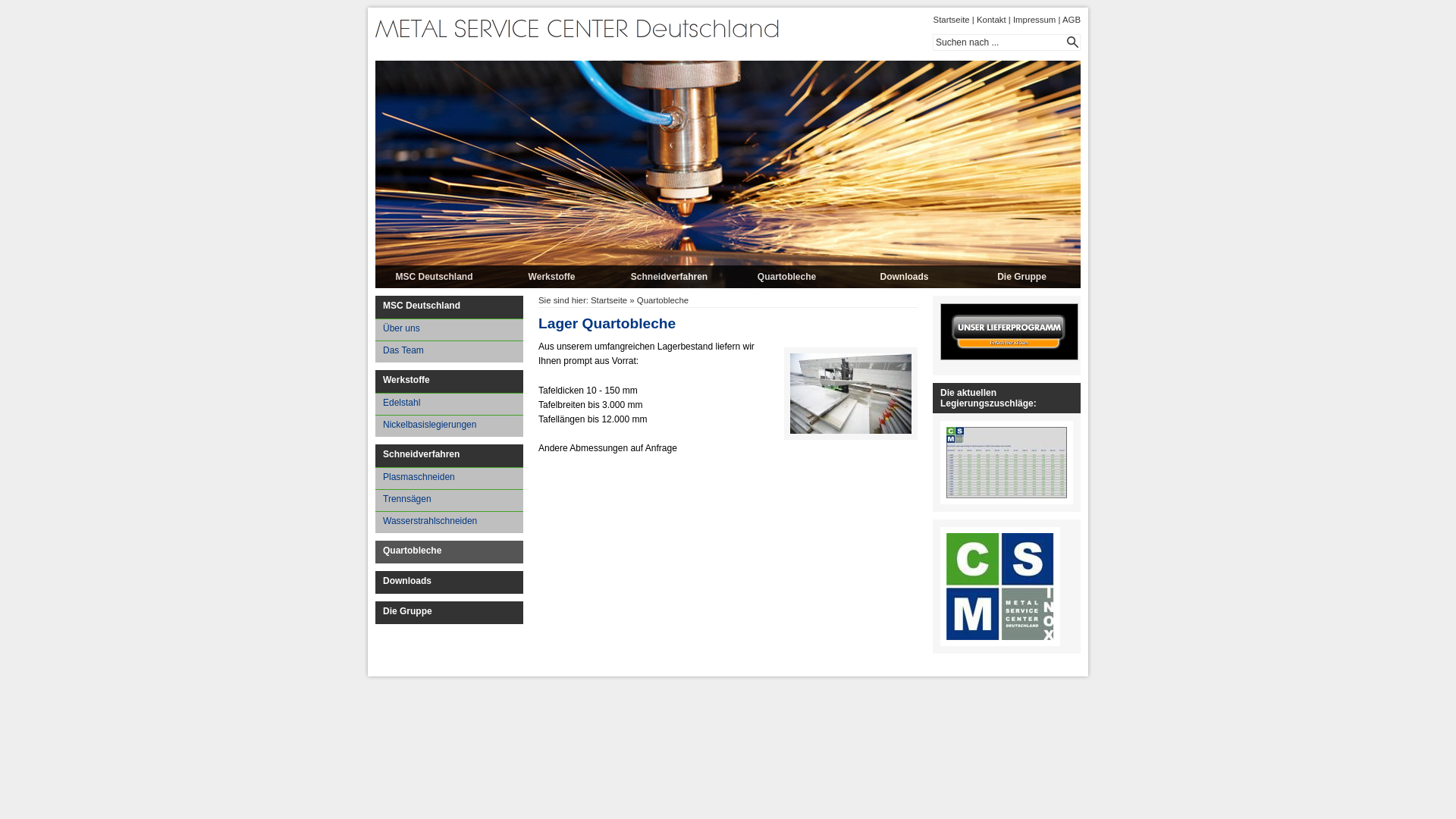 This screenshot has height=819, width=1456. Describe the element at coordinates (786, 277) in the screenshot. I see `'Quartobleche'` at that location.